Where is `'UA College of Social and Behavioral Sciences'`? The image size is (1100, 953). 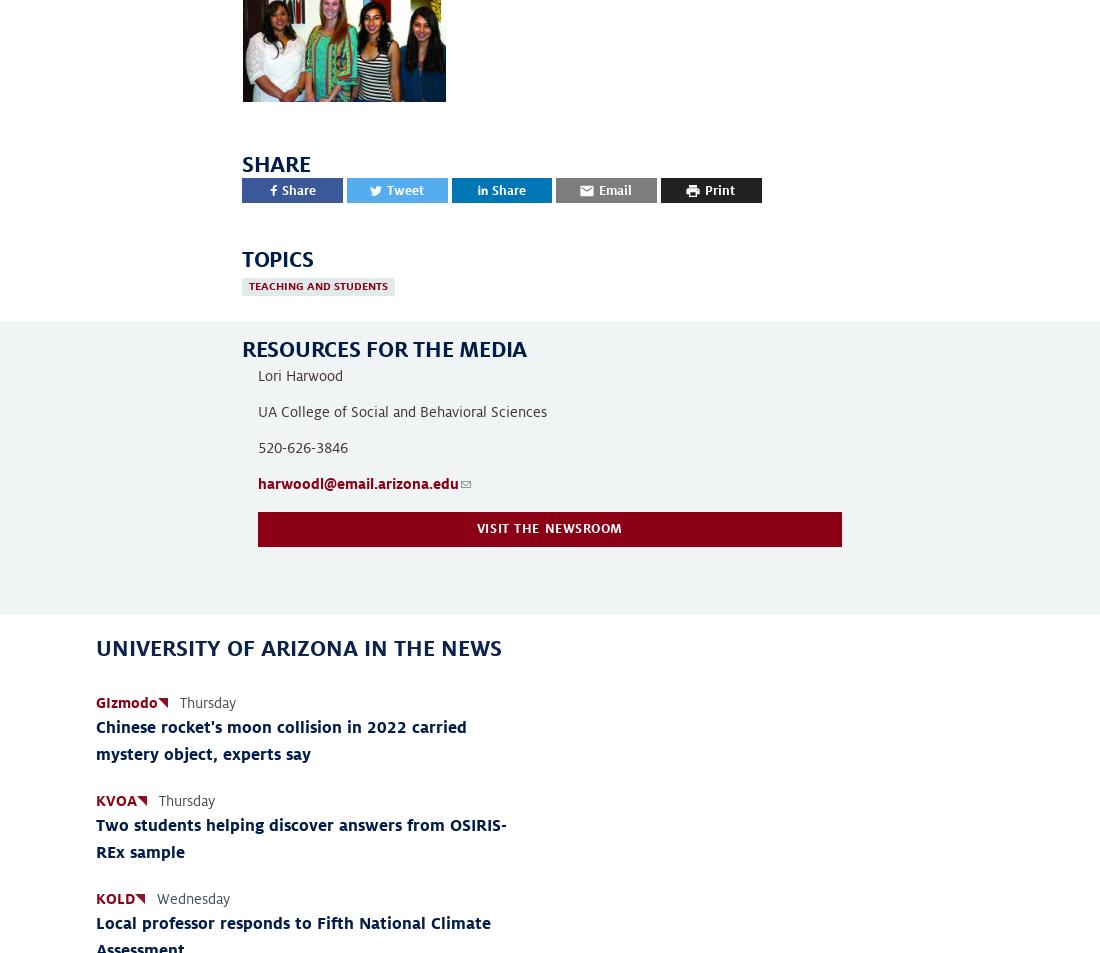
'UA College of Social and Behavioral Sciences' is located at coordinates (402, 410).